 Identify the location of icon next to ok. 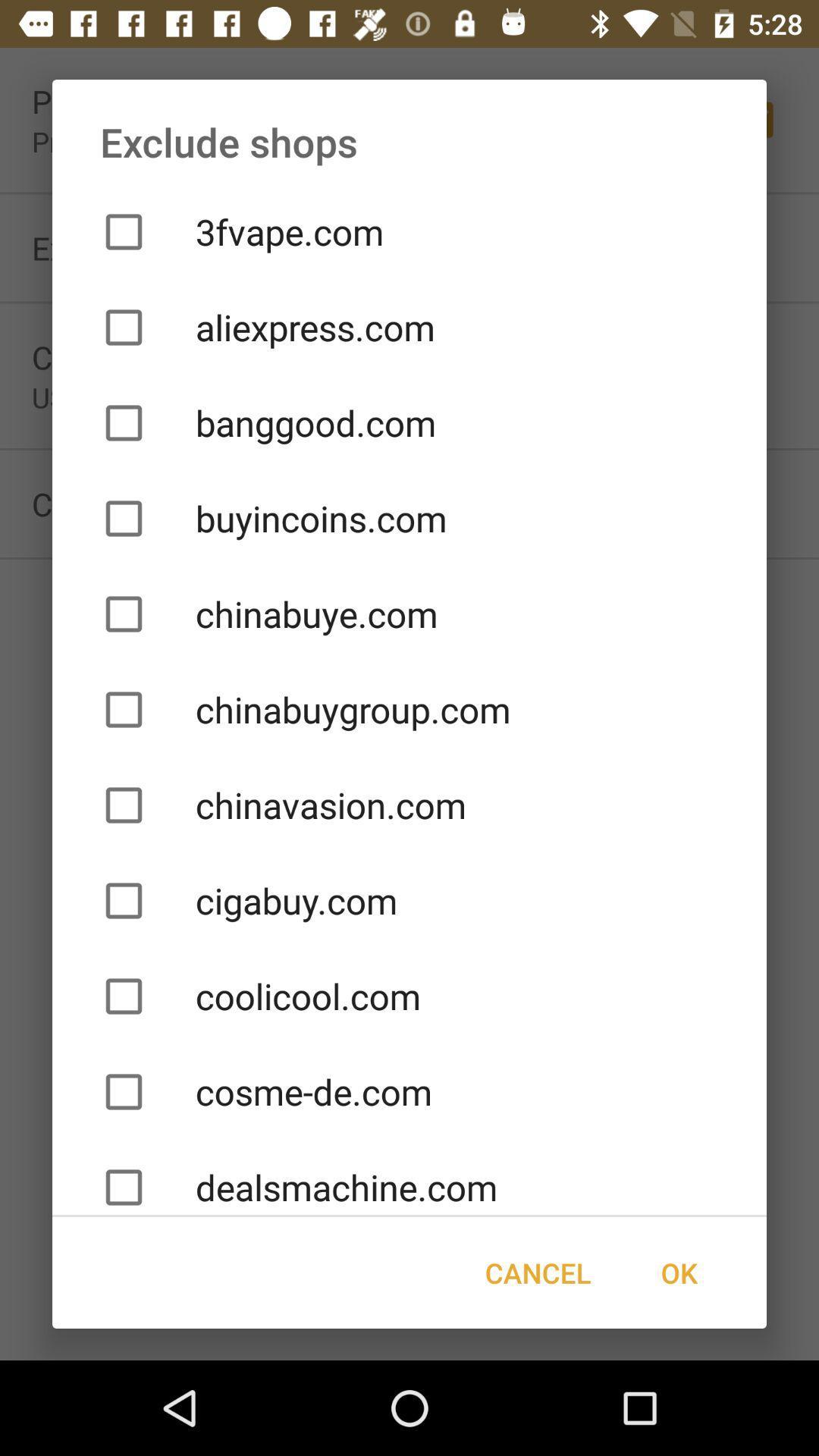
(537, 1272).